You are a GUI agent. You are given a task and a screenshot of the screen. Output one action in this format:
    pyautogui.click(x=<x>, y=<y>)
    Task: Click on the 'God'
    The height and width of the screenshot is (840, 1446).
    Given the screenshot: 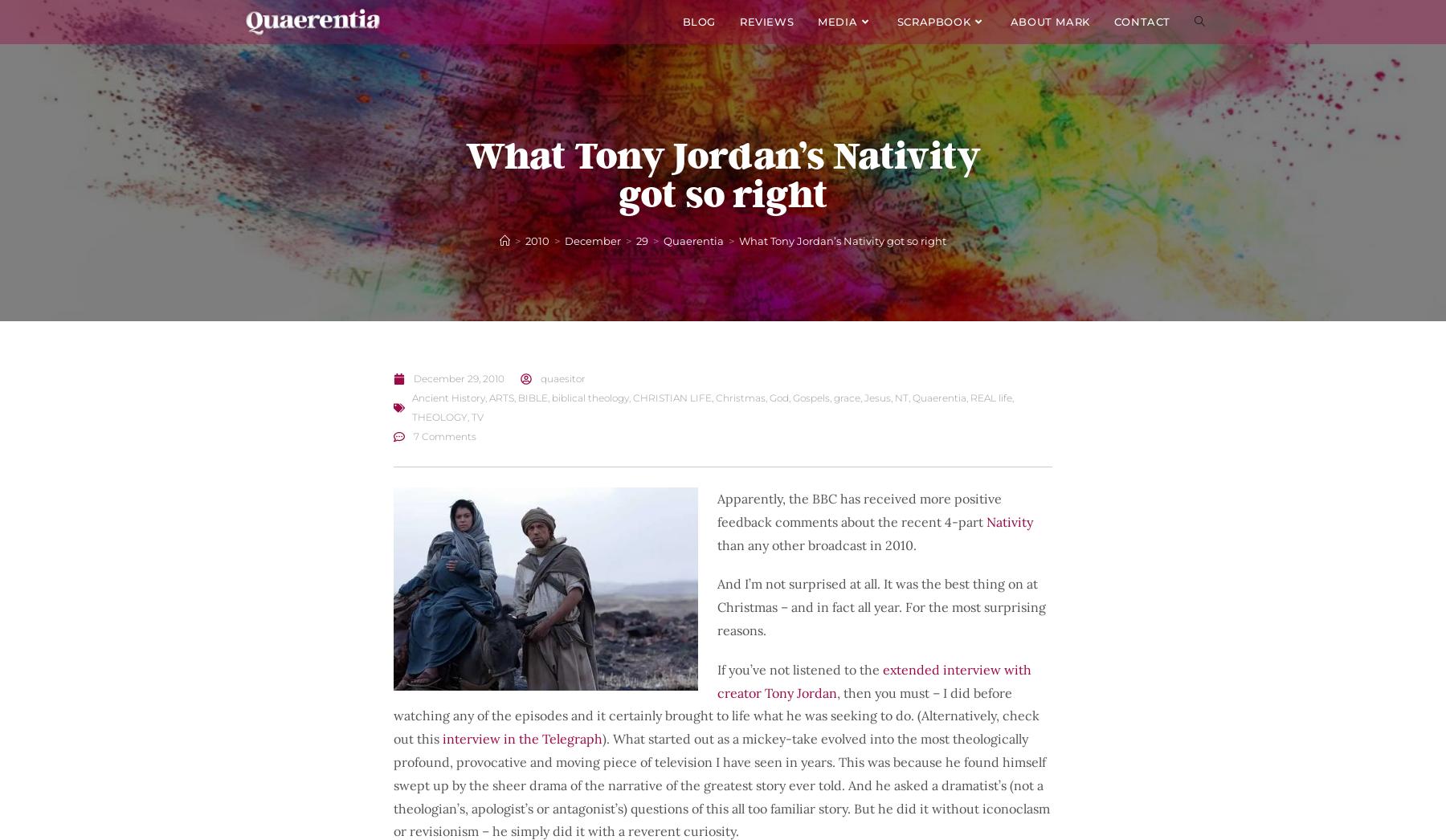 What is the action you would take?
    pyautogui.click(x=778, y=398)
    